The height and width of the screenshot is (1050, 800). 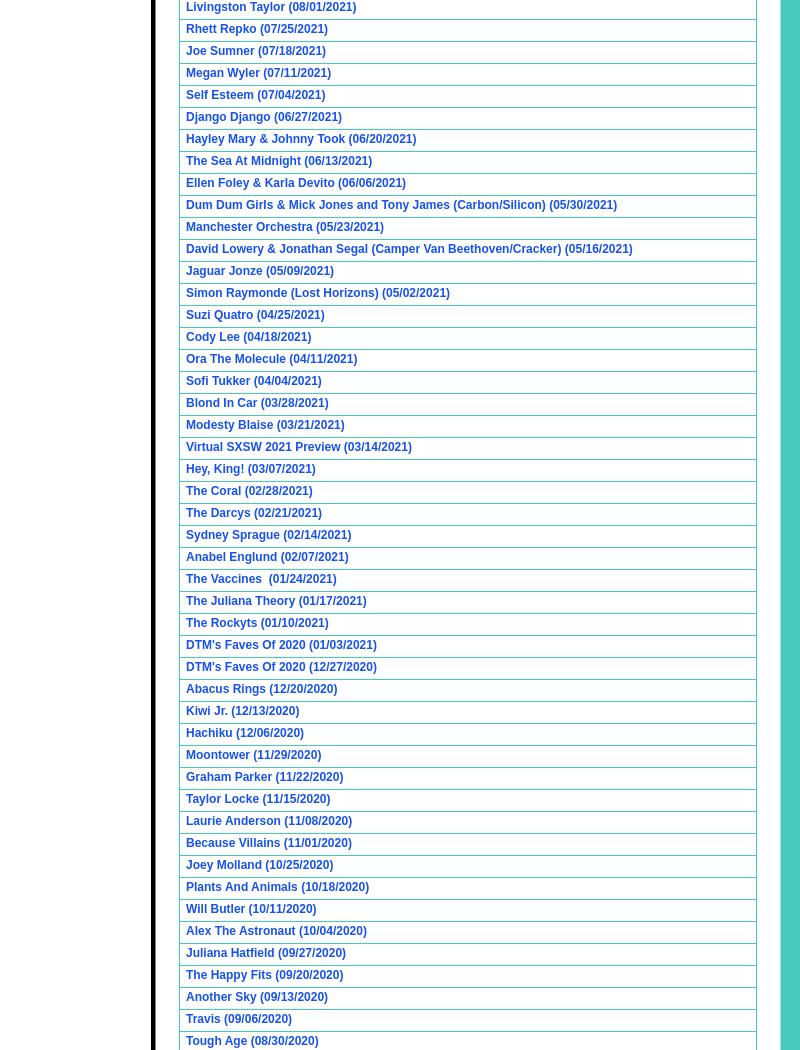 What do you see at coordinates (238, 1018) in the screenshot?
I see `'Travis (09/06/2020)'` at bounding box center [238, 1018].